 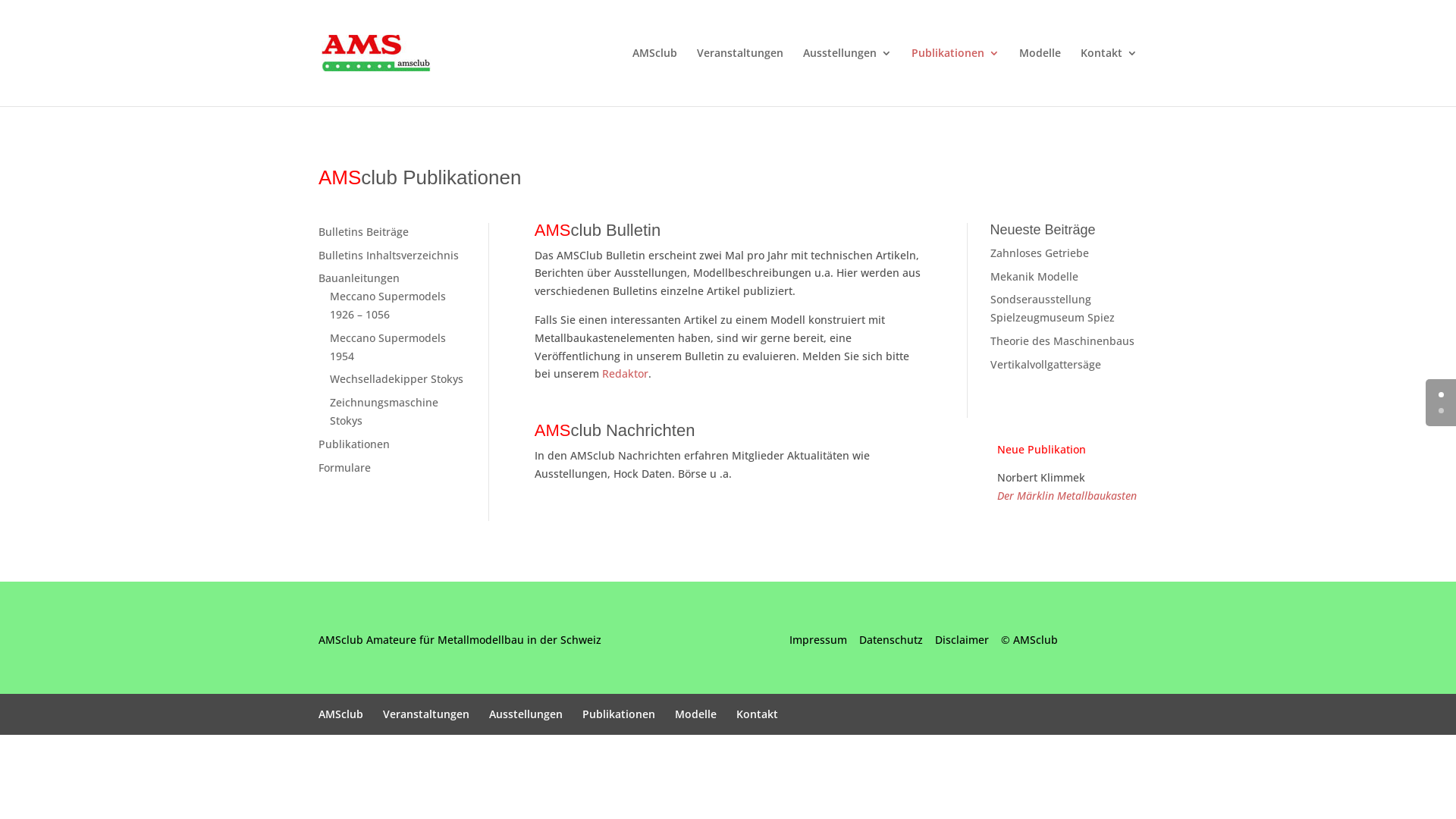 I want to click on 'Kontakt', so click(x=757, y=714).